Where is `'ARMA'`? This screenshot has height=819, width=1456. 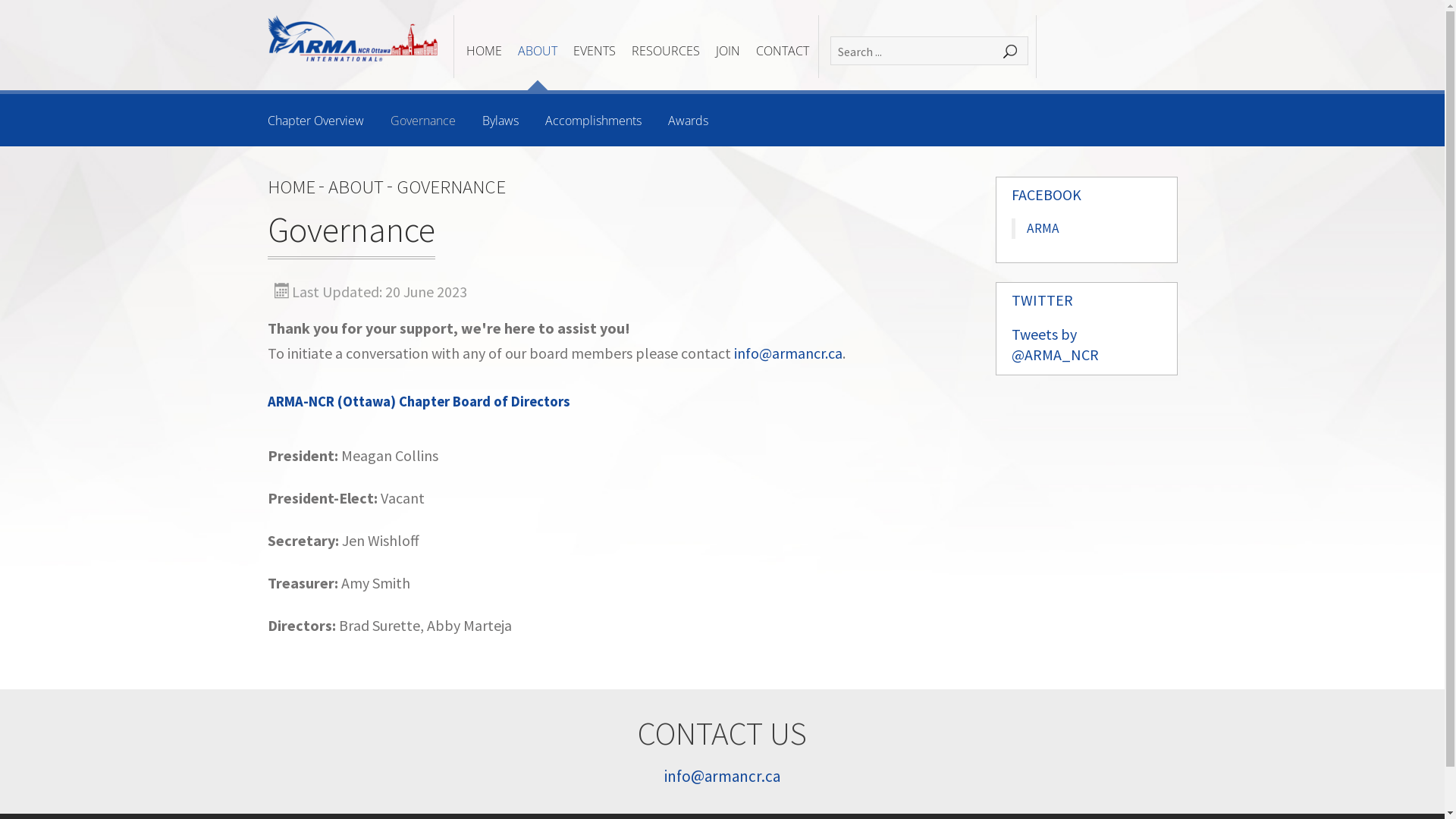
'ARMA' is located at coordinates (1042, 227).